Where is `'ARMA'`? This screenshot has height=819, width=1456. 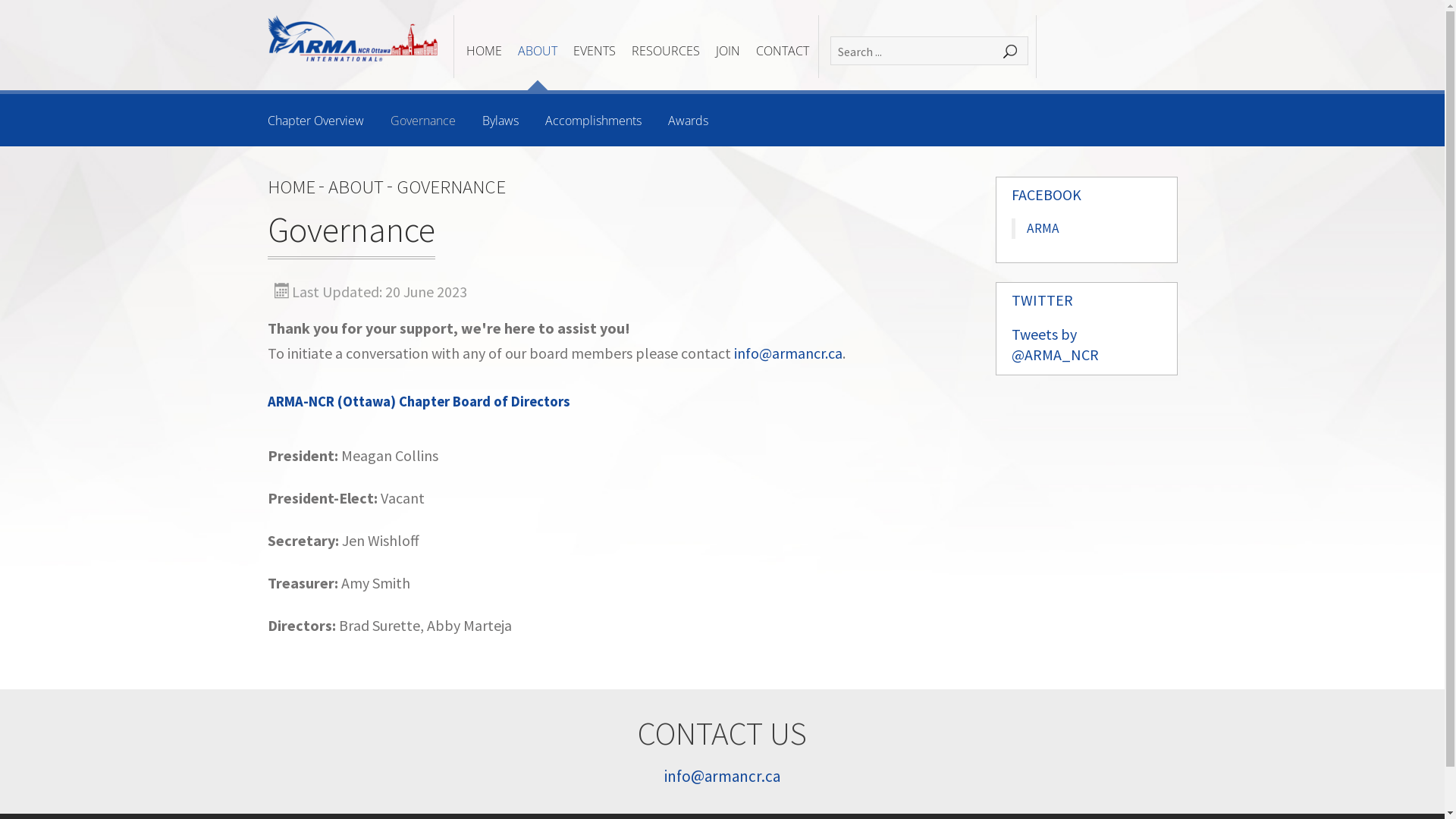
'ARMA' is located at coordinates (1042, 227).